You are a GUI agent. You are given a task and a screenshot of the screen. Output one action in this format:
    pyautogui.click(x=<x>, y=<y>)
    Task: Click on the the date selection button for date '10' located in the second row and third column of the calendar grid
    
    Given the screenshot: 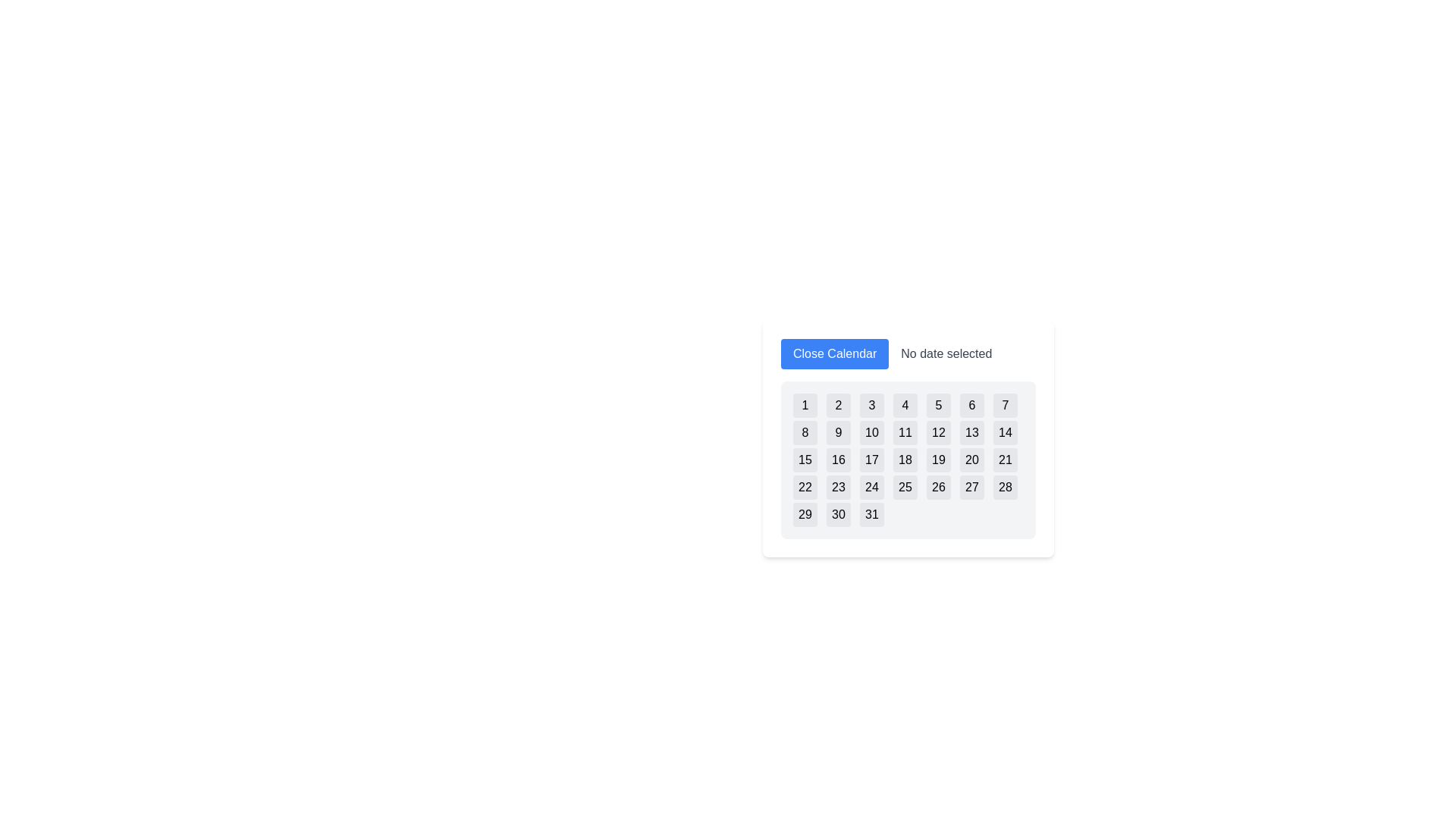 What is the action you would take?
    pyautogui.click(x=872, y=432)
    